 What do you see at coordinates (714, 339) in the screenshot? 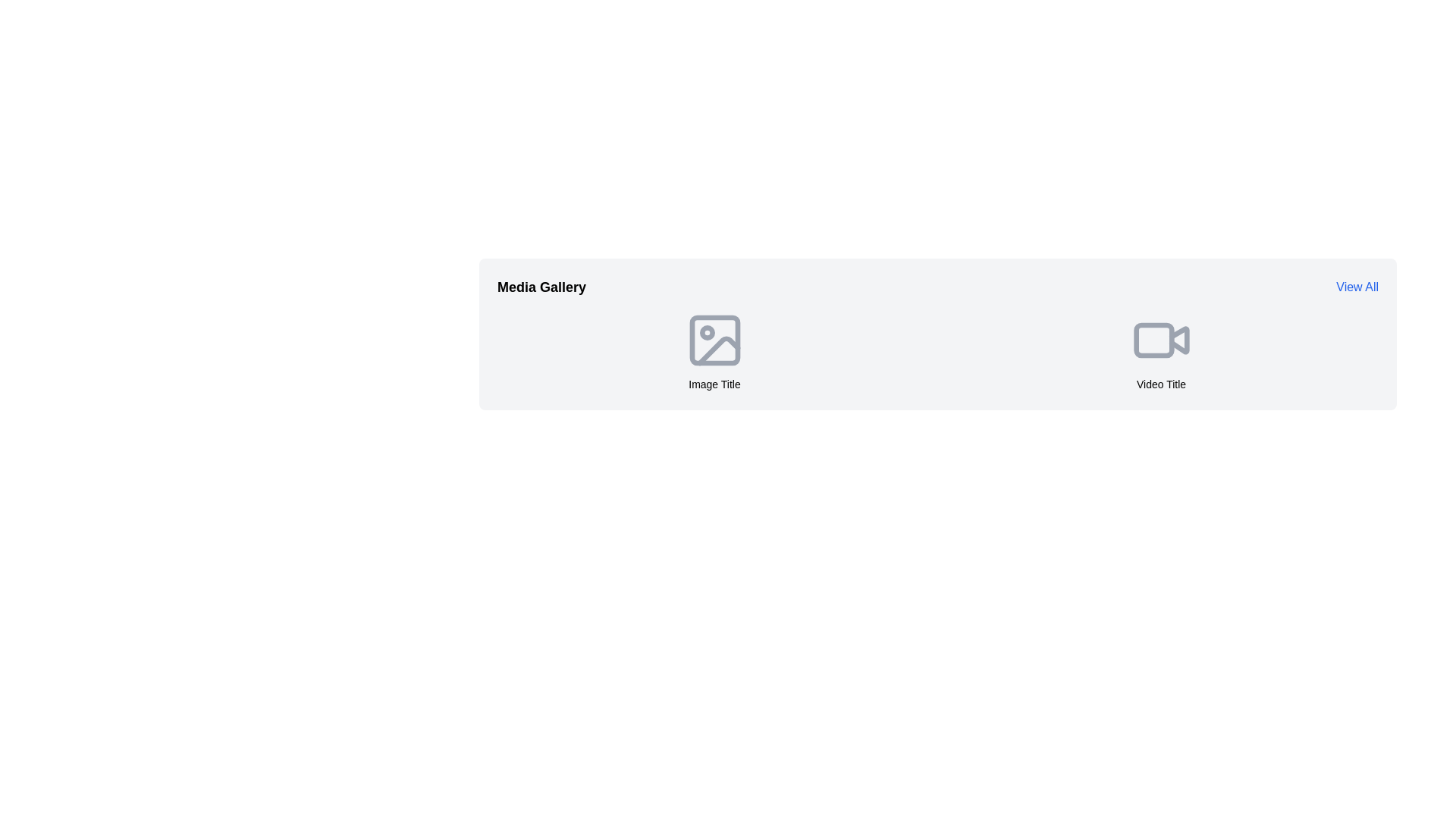
I see `the smaller rectangle SVG sub-component within the image icon located in the 'Media Gallery' section as part of the larger icon` at bounding box center [714, 339].